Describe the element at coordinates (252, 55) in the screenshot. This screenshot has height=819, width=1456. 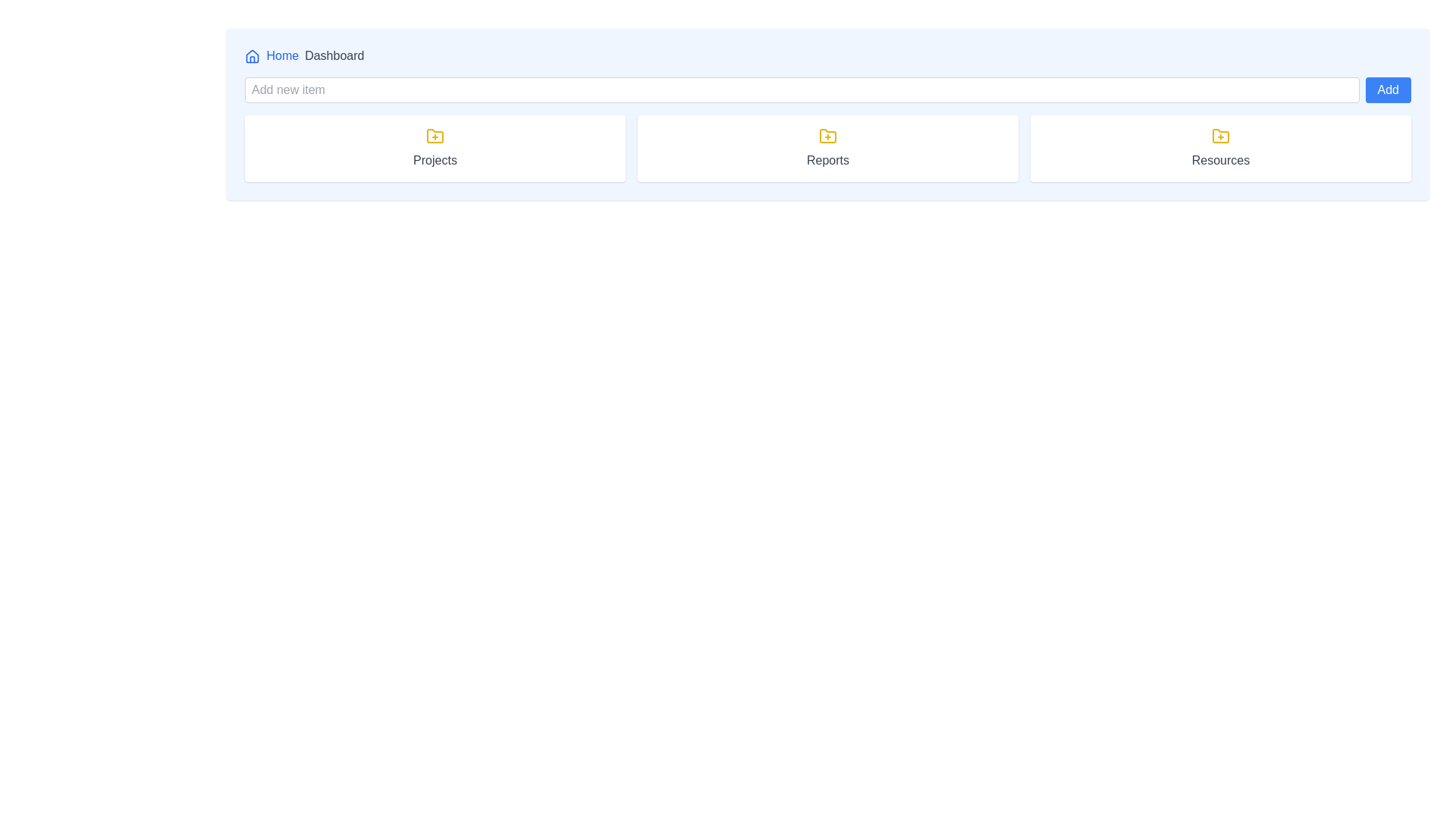
I see `the SVG house icon located at the top-left corner of the breadcrumb navigation` at that location.